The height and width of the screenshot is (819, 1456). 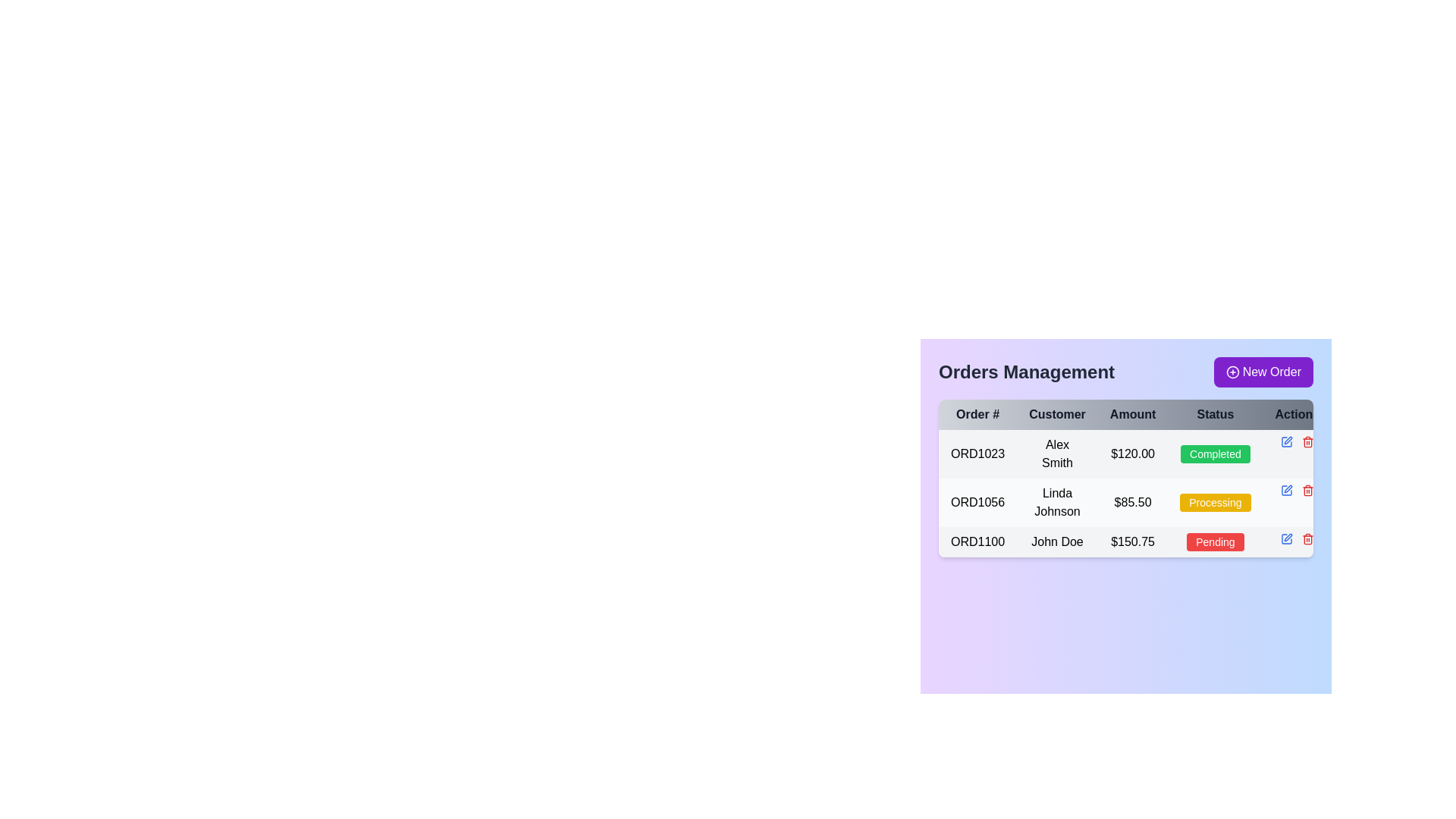 What do you see at coordinates (977, 415) in the screenshot?
I see `the 'Order #' header text label in the table, which is the first item in the row of table headers, located at the top-left corner of the table` at bounding box center [977, 415].